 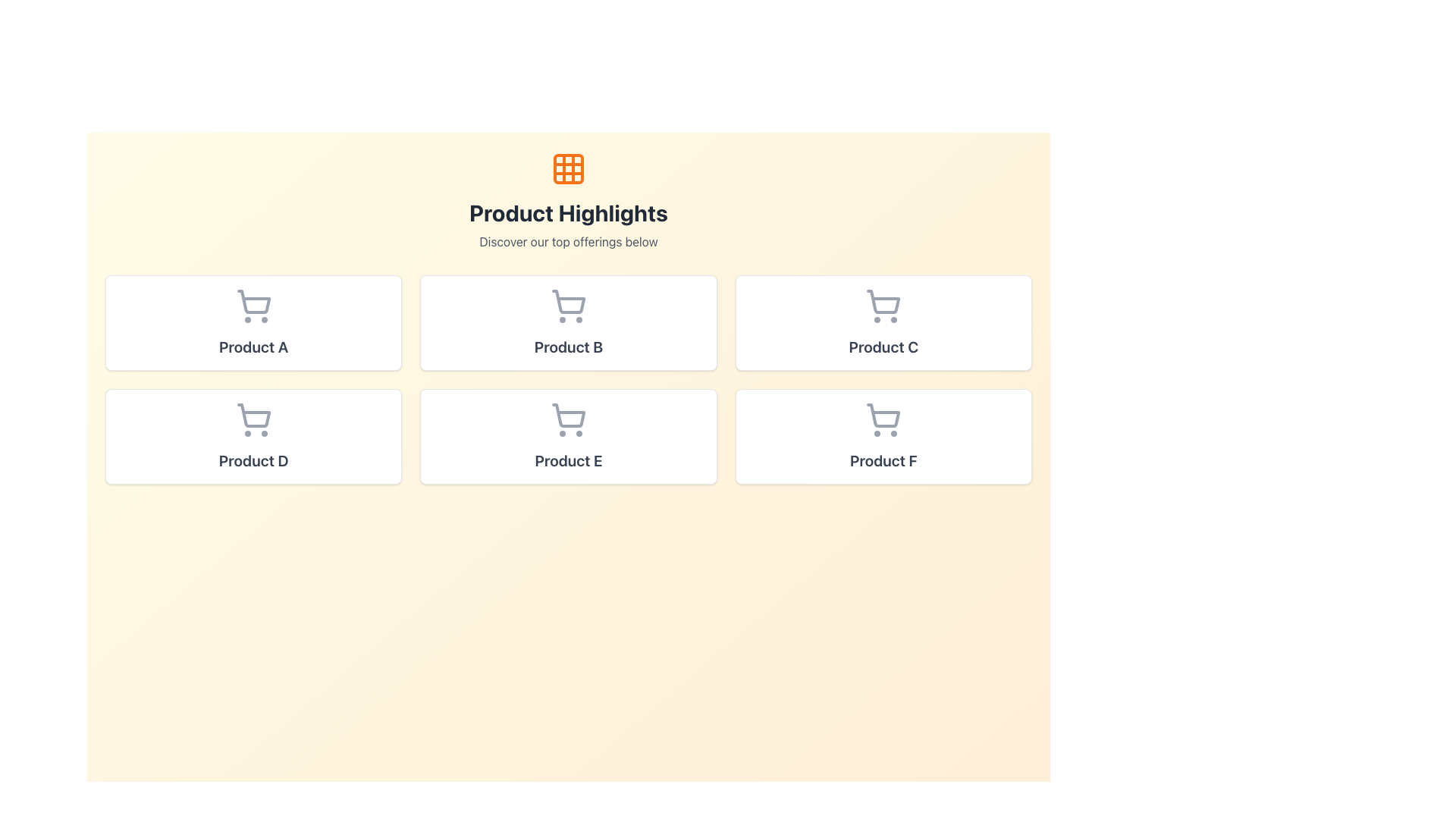 What do you see at coordinates (253, 322) in the screenshot?
I see `the first card in the grid layout, which has a white background, a shopping cart icon at the top, and the text 'Product A' in bold below it` at bounding box center [253, 322].